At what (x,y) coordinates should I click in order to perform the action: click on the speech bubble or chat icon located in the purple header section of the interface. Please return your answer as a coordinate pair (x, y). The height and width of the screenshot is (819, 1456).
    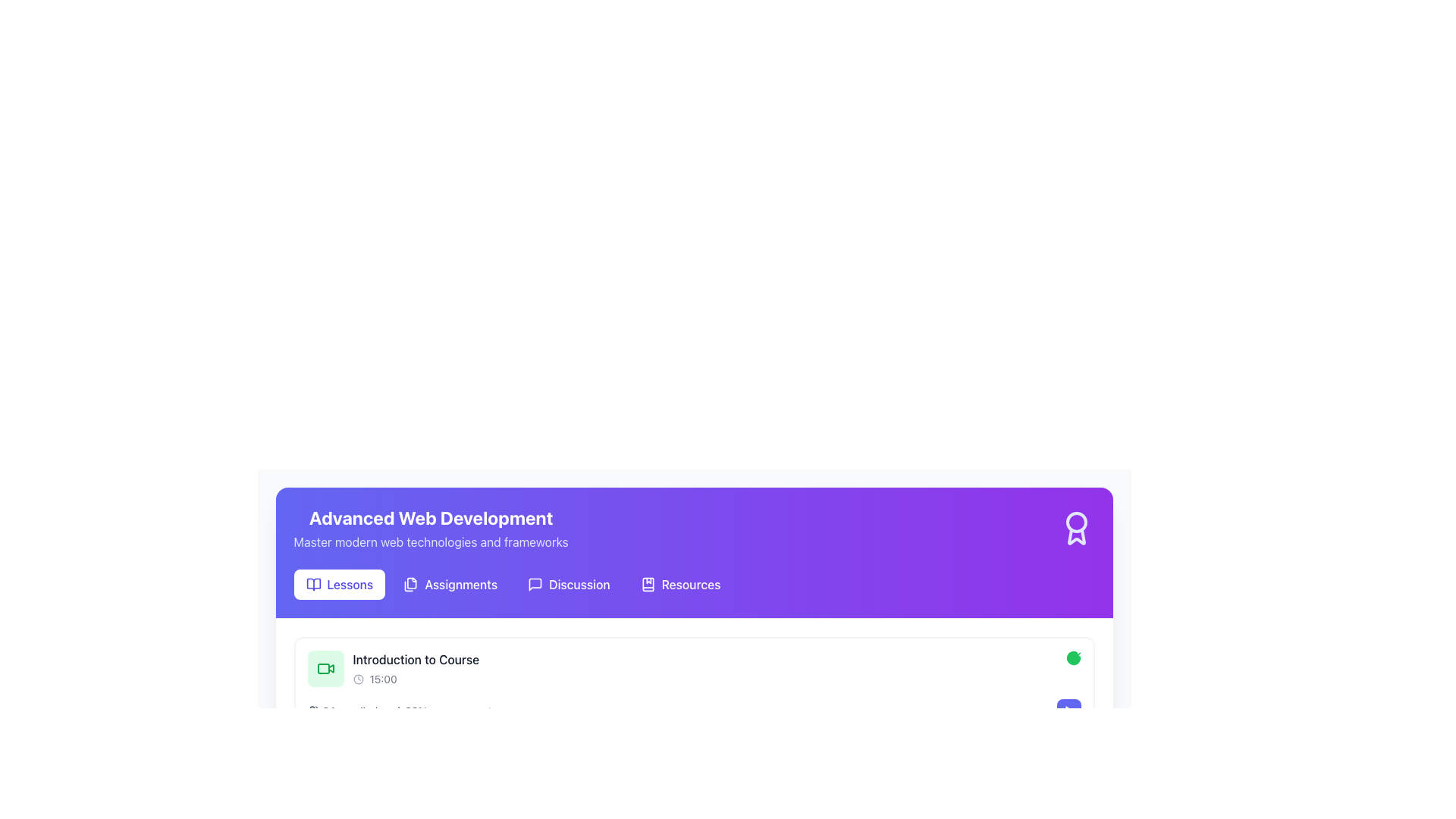
    Looking at the image, I should click on (535, 584).